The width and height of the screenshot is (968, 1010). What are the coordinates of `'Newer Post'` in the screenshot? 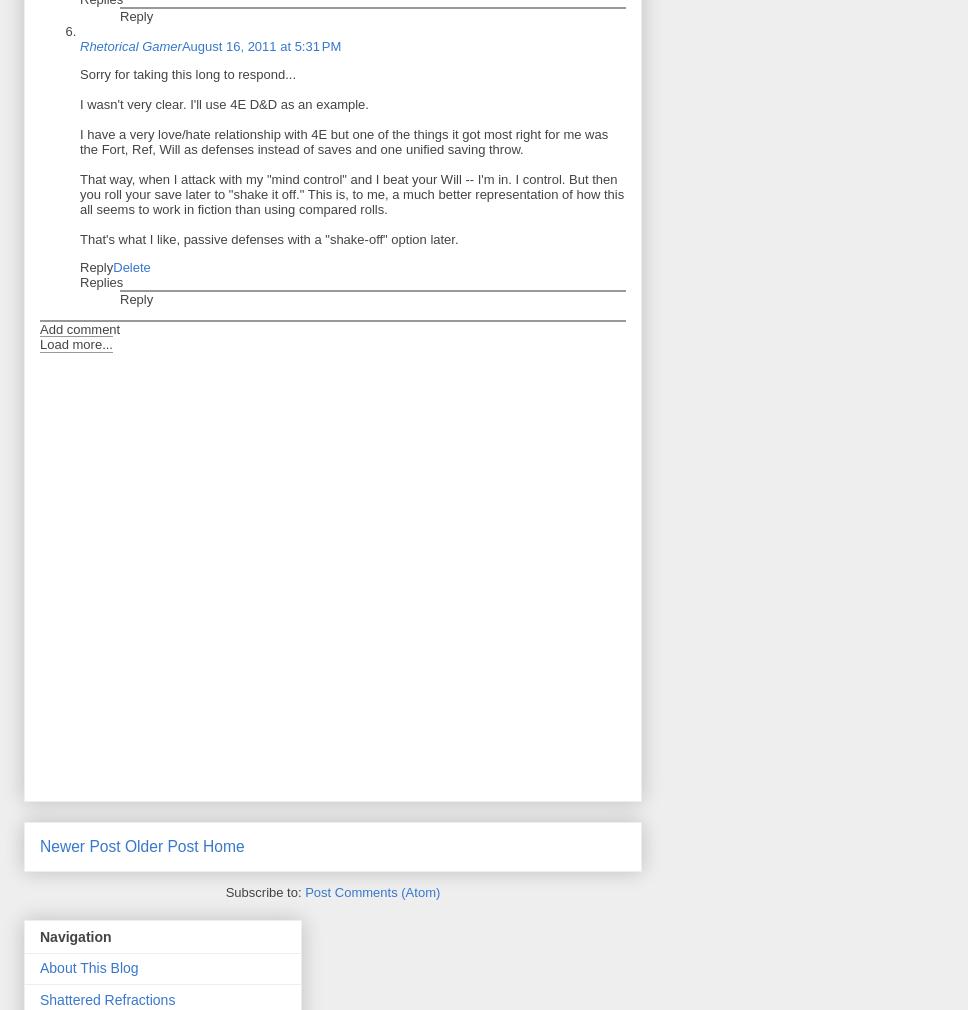 It's located at (39, 845).